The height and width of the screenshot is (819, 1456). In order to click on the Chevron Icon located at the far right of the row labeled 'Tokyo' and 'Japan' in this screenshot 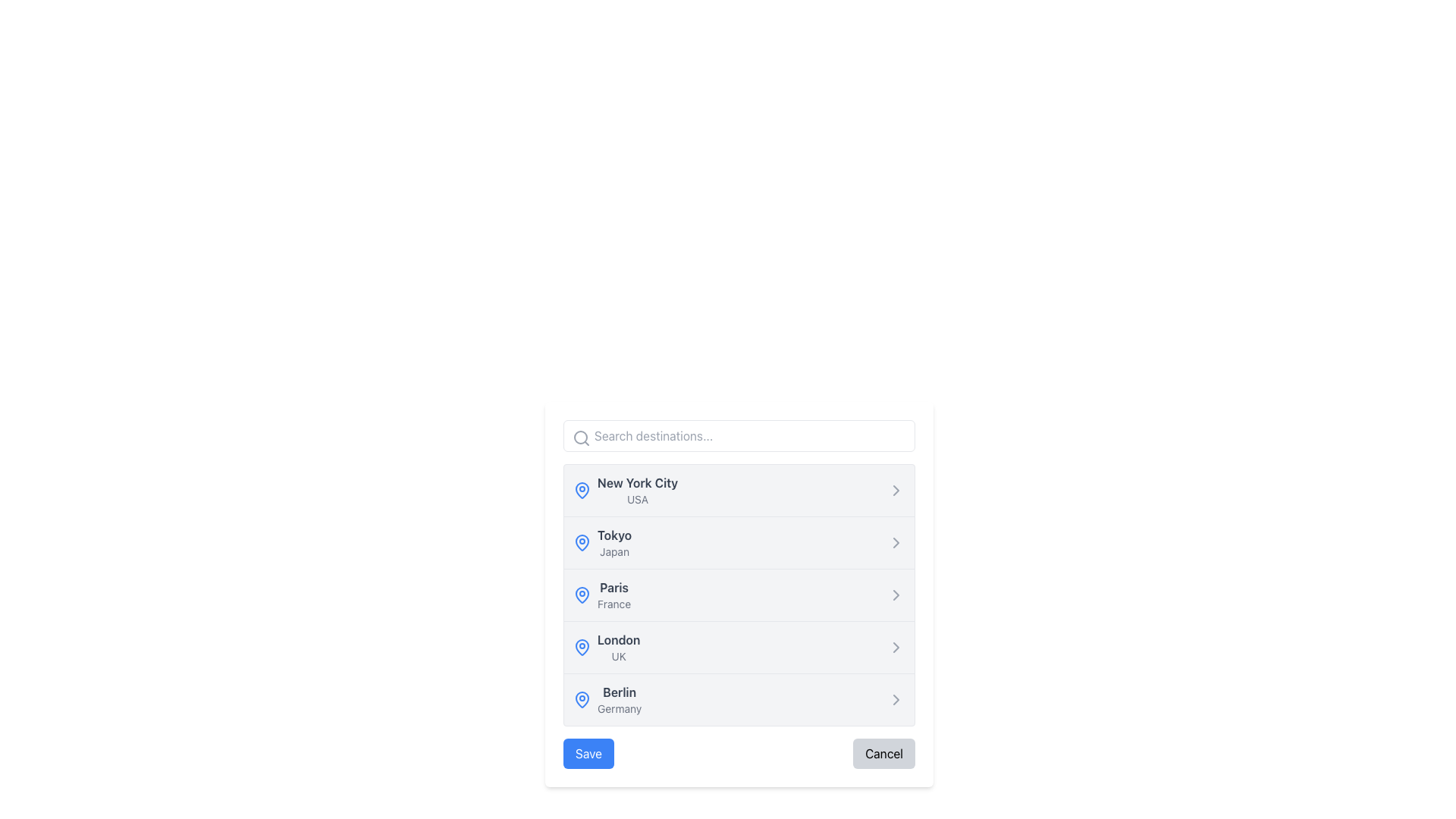, I will do `click(896, 542)`.